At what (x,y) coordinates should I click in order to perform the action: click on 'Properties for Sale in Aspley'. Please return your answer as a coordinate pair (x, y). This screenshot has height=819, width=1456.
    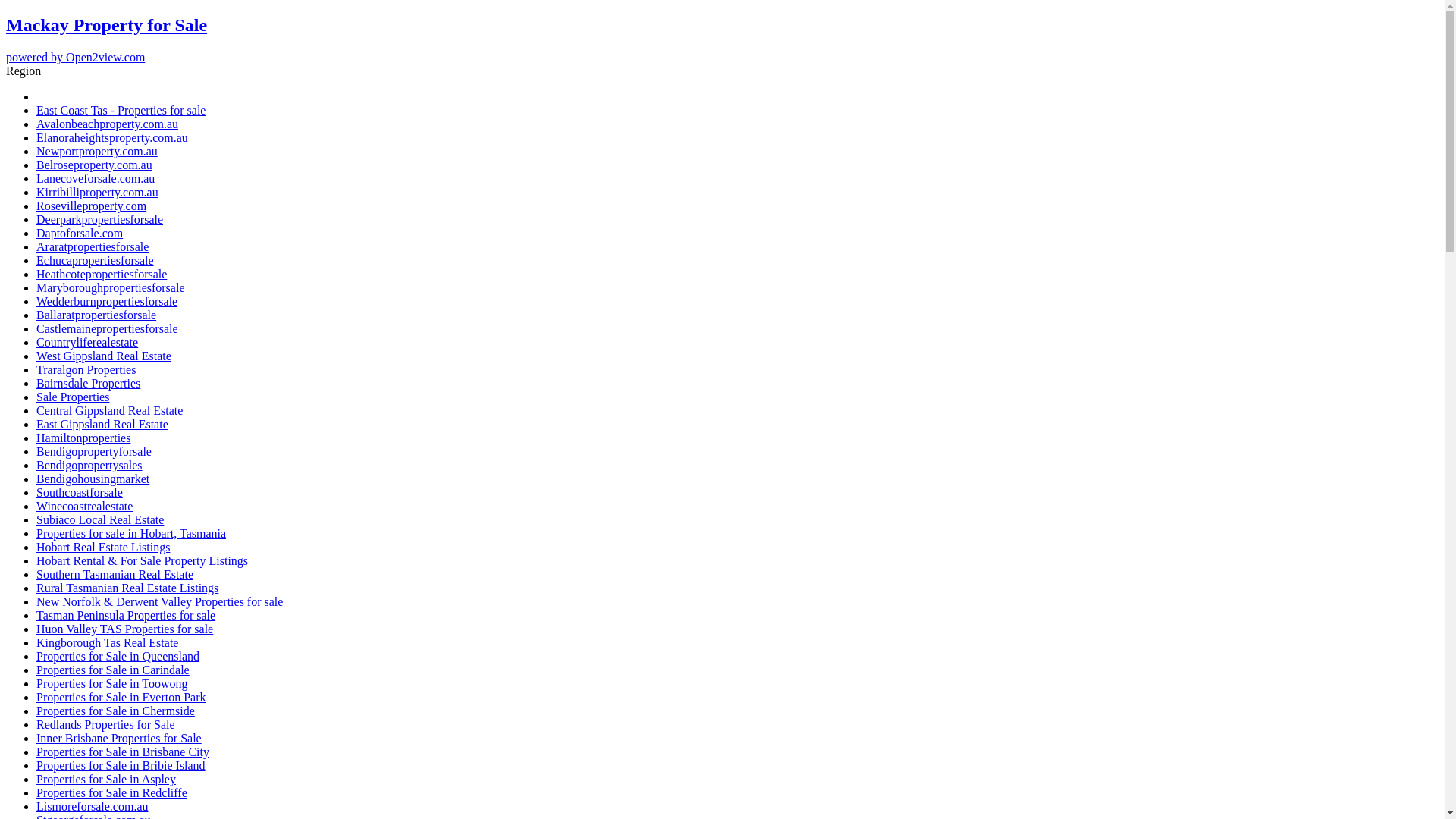
    Looking at the image, I should click on (105, 779).